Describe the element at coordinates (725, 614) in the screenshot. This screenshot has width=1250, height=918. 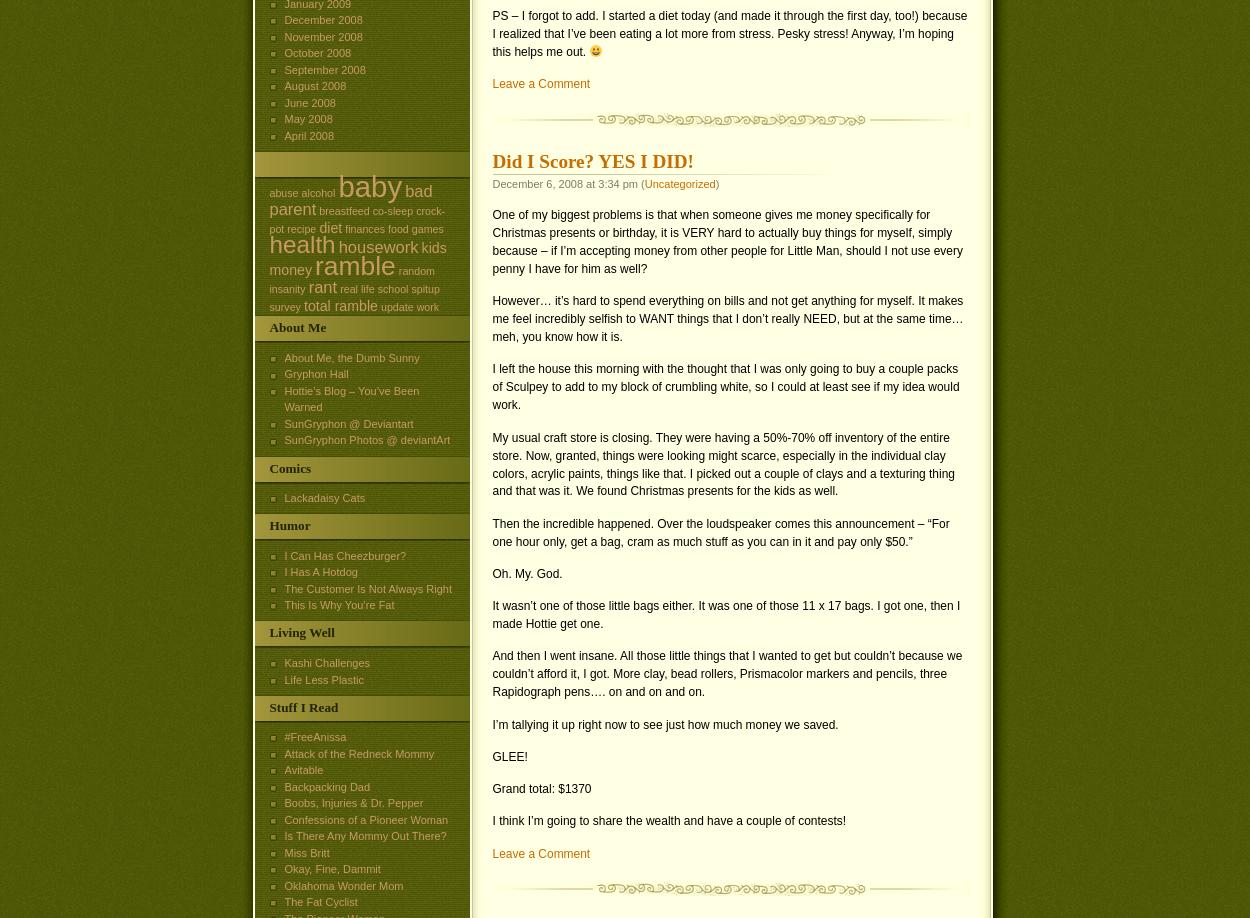
I see `'It wasn’t one of those little bags either. It was one of those 11 x 17 bags. I got one, then I made Hottie get one.'` at that location.